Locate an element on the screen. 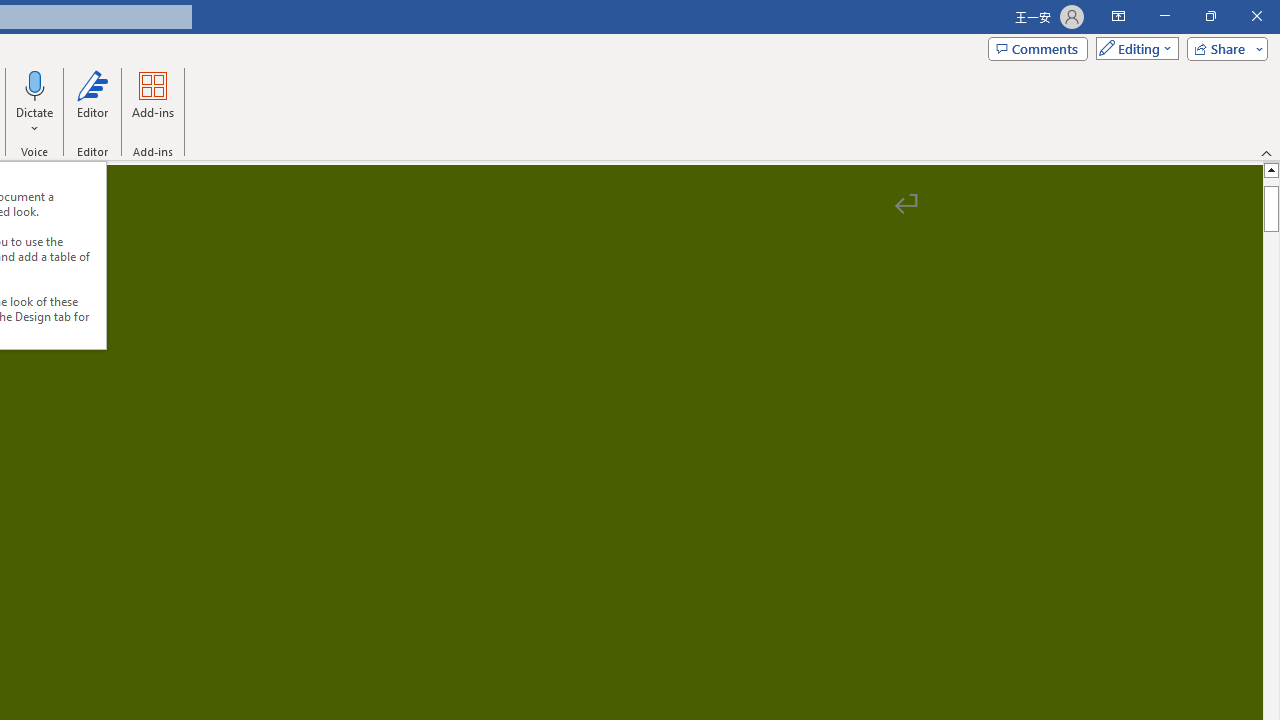 Image resolution: width=1280 pixels, height=720 pixels. 'Line up' is located at coordinates (1270, 168).